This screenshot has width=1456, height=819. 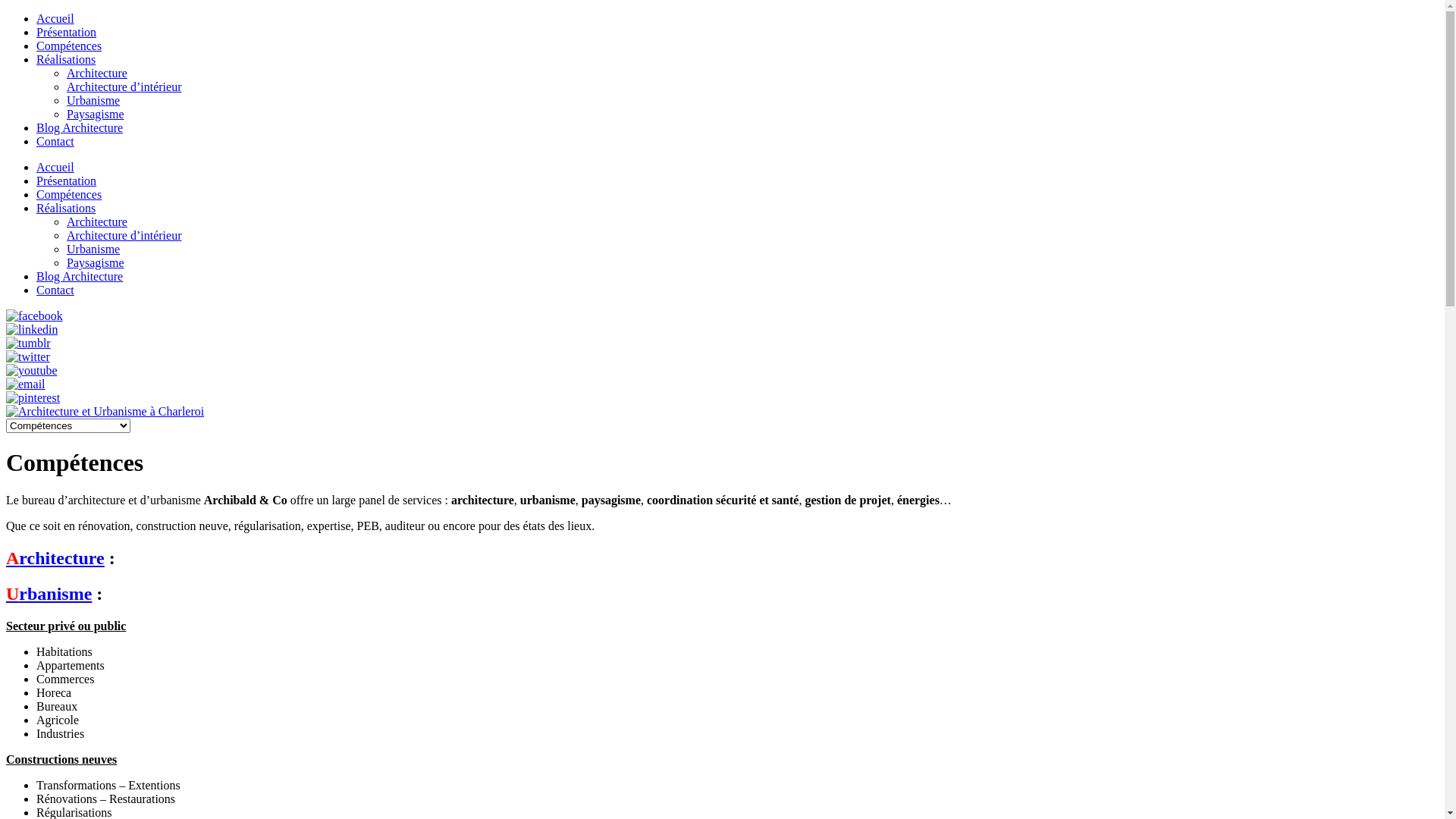 I want to click on 'Accueil', so click(x=55, y=167).